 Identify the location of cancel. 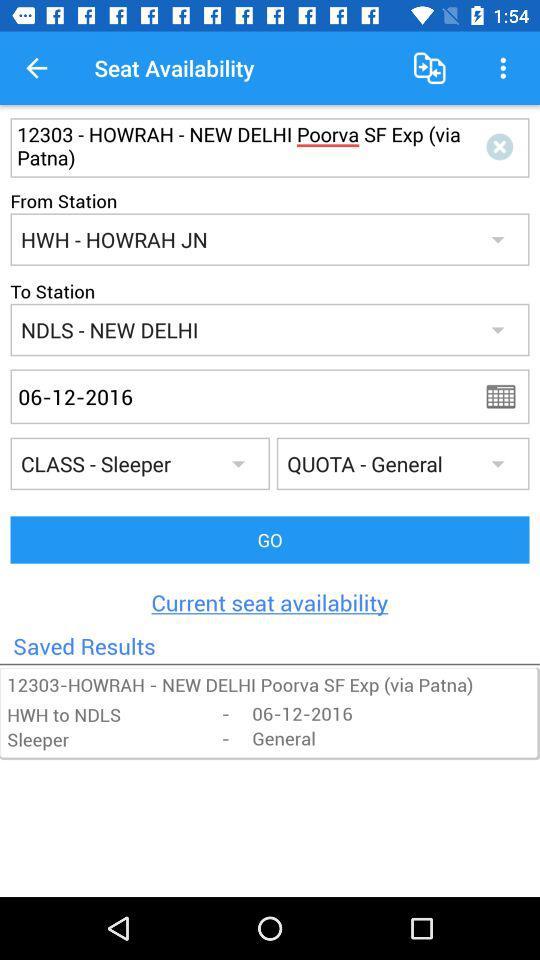
(502, 146).